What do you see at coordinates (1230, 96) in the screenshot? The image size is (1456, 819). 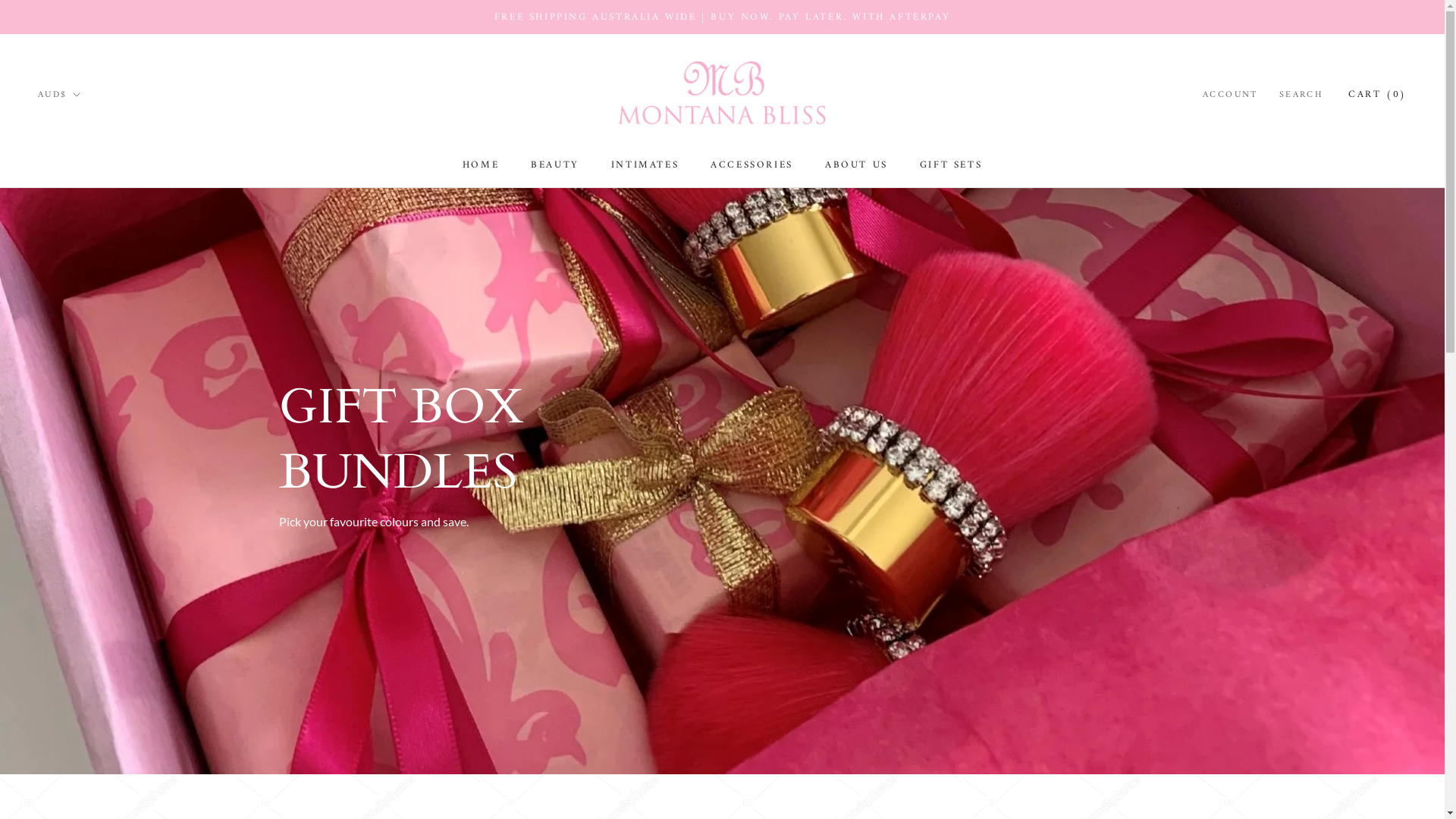 I see `'ACCOUNT'` at bounding box center [1230, 96].